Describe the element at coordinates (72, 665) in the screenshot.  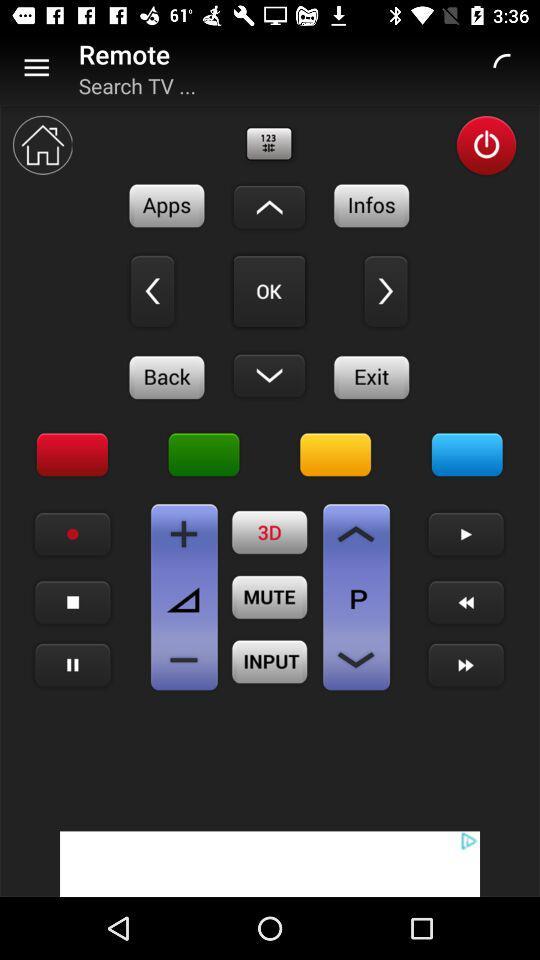
I see `pause` at that location.